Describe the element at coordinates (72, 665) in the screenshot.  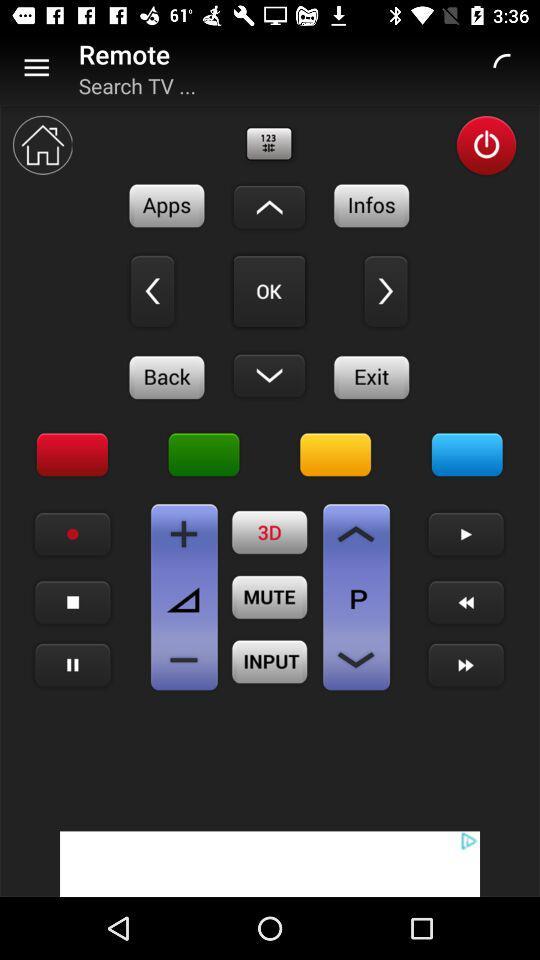
I see `pause` at that location.